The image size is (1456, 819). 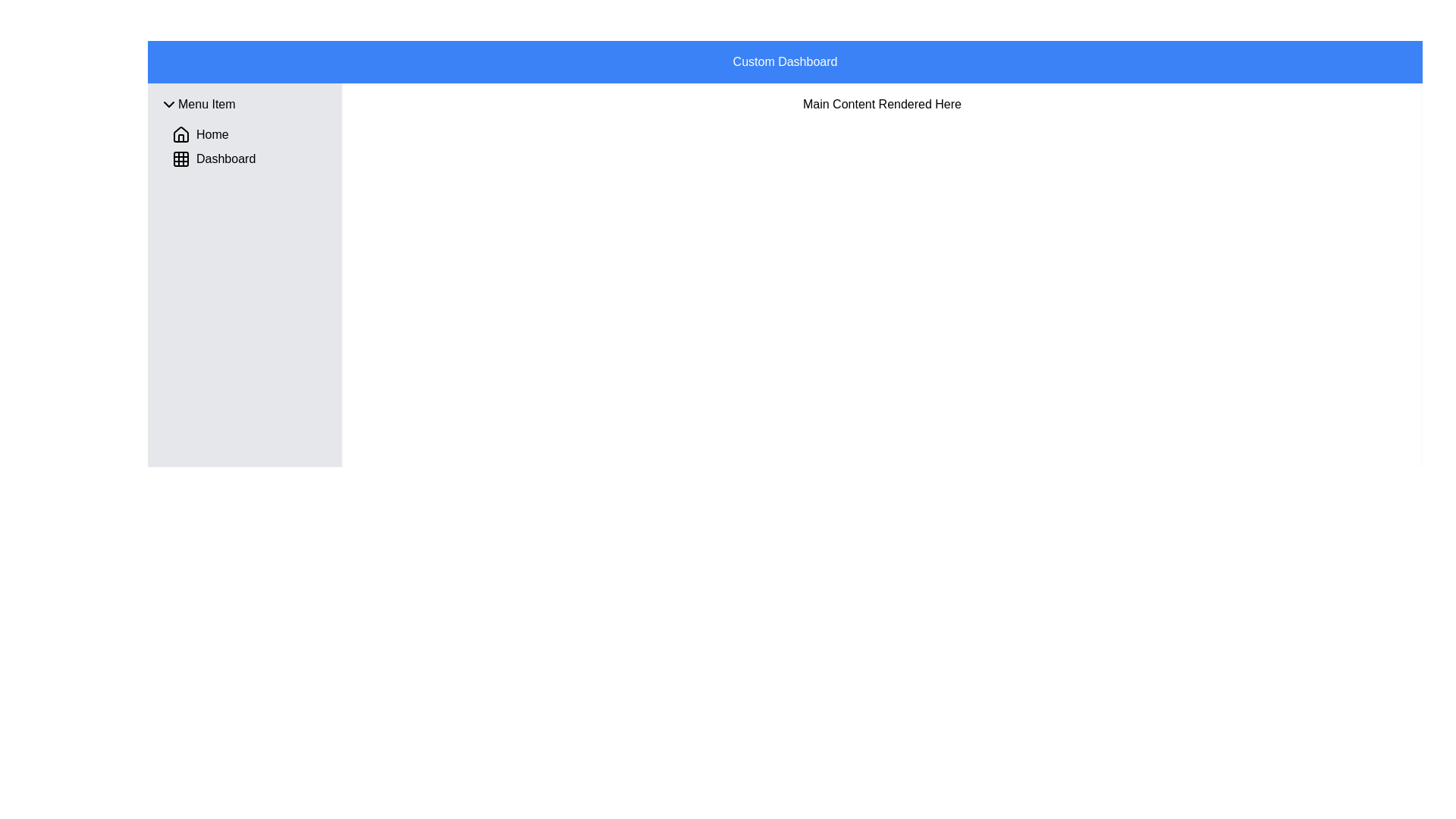 I want to click on the outermost part of the house icon located in the sidebar under the 'Menu Item' title, to the left of the text 'Home', so click(x=181, y=133).